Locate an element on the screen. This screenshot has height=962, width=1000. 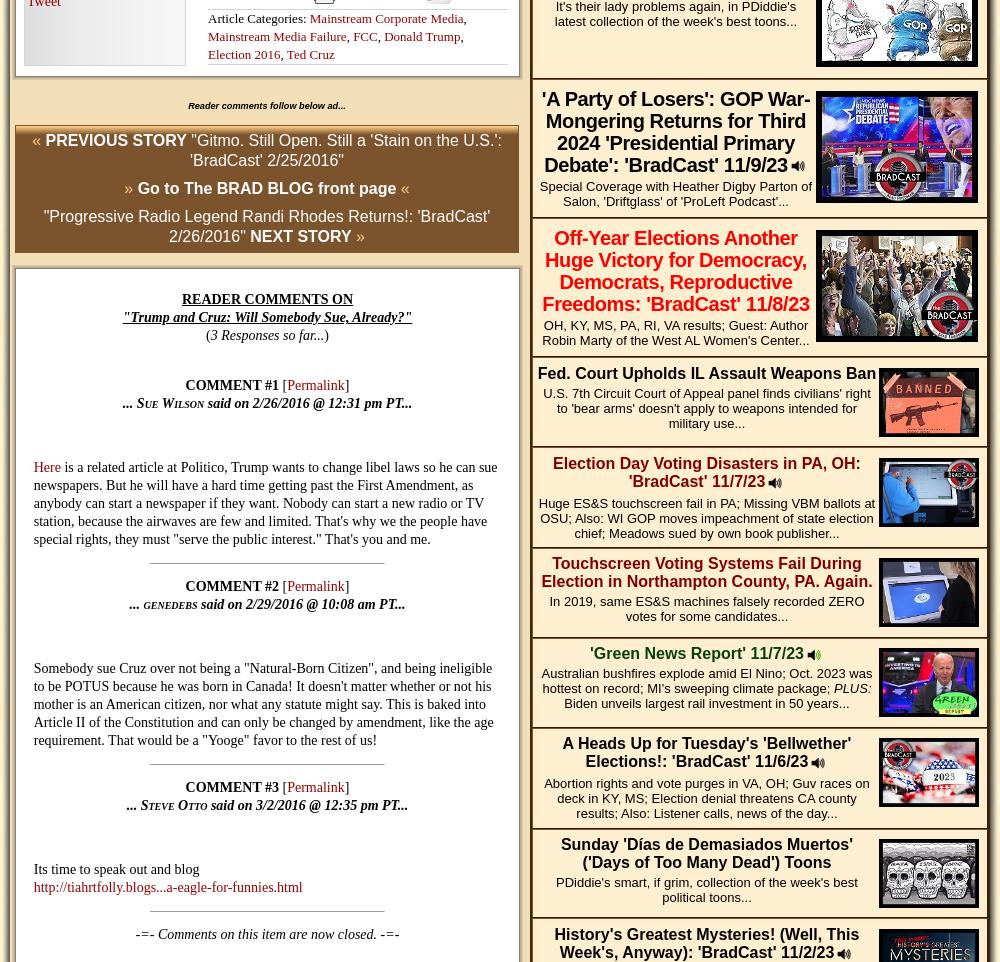
''Green News Report' 11/7/23' is located at coordinates (589, 653).